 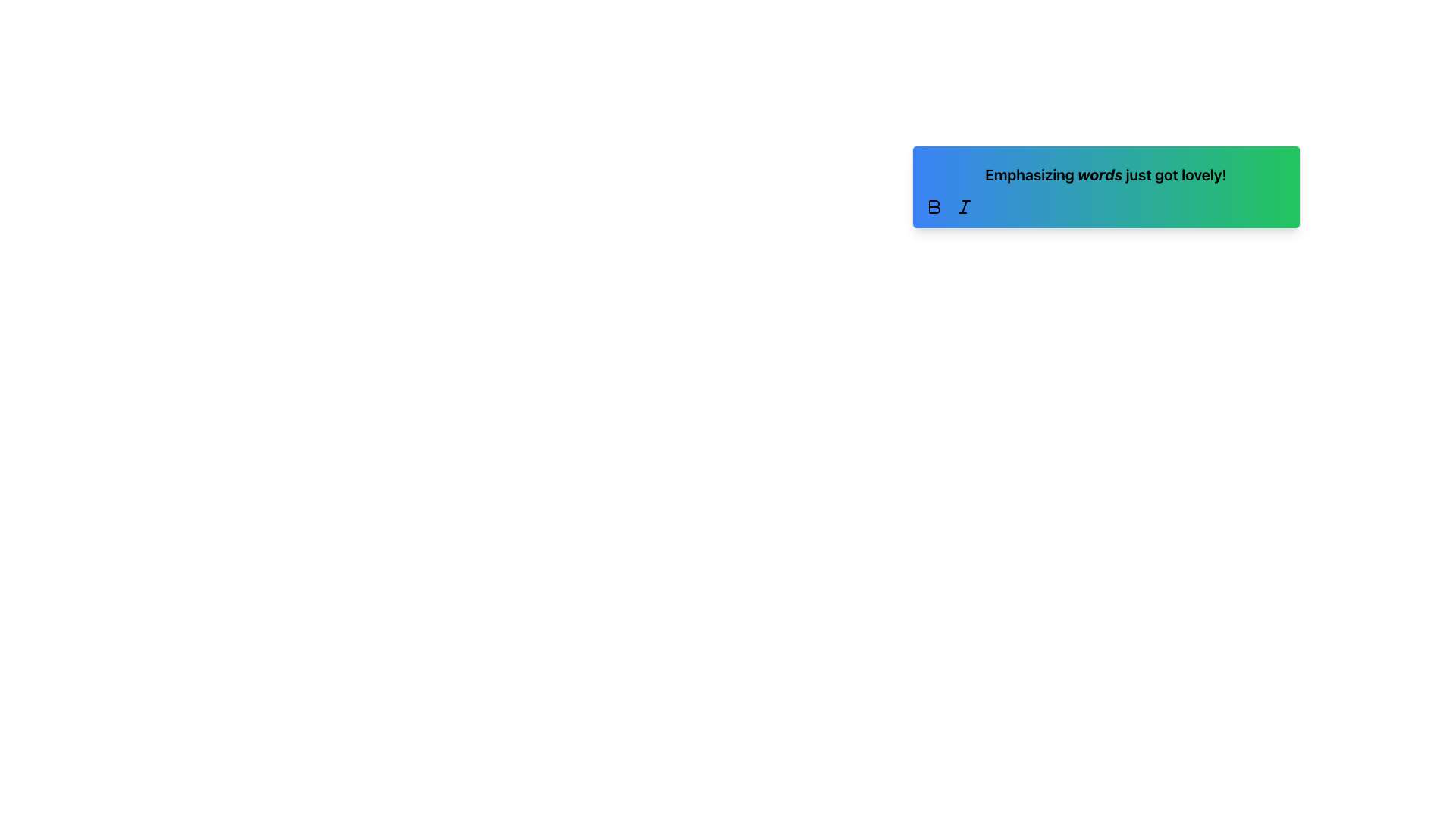 What do you see at coordinates (934, 207) in the screenshot?
I see `the bold 'B' icon in the toolbar` at bounding box center [934, 207].